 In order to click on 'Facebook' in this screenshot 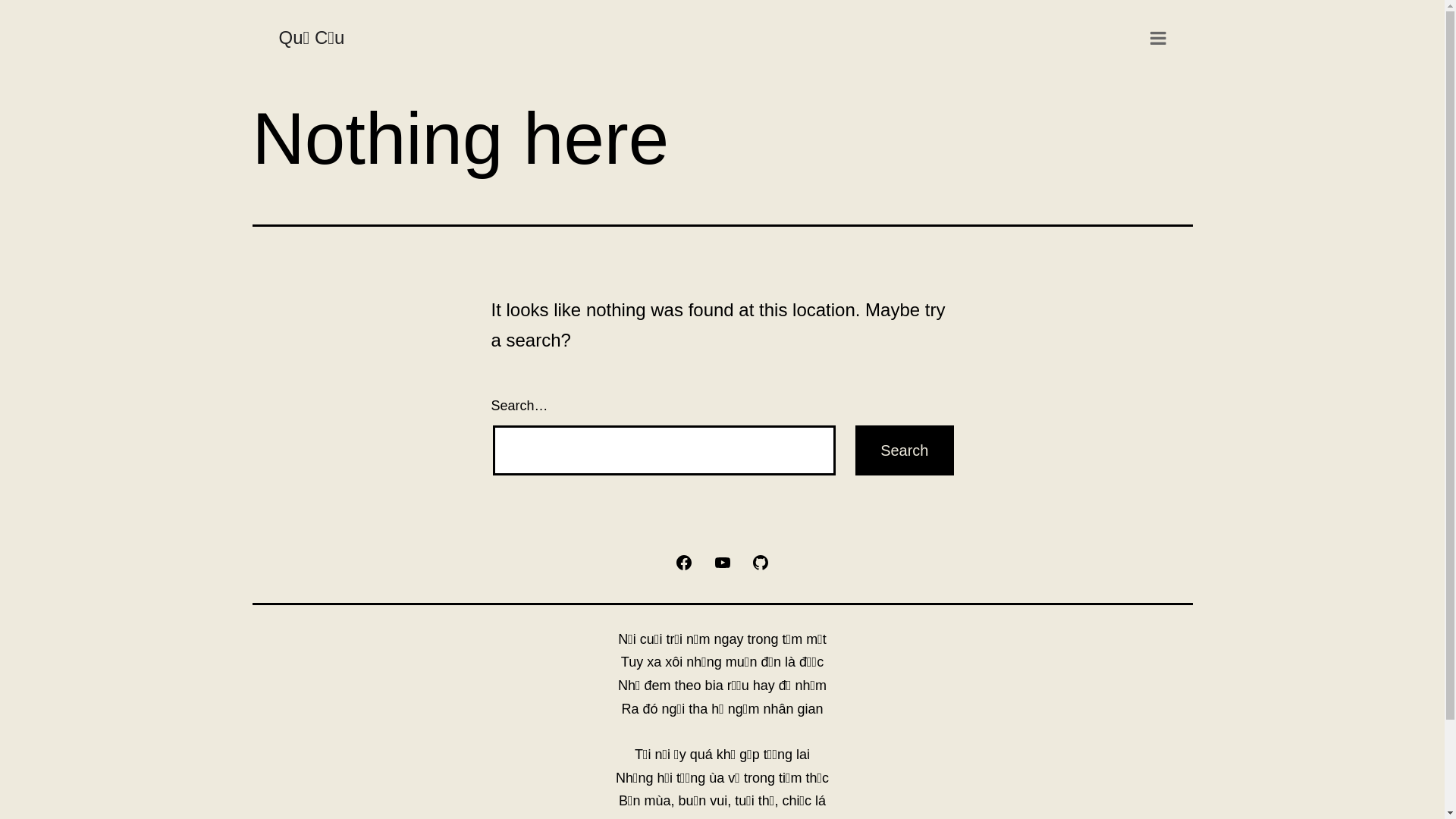, I will do `click(683, 561)`.